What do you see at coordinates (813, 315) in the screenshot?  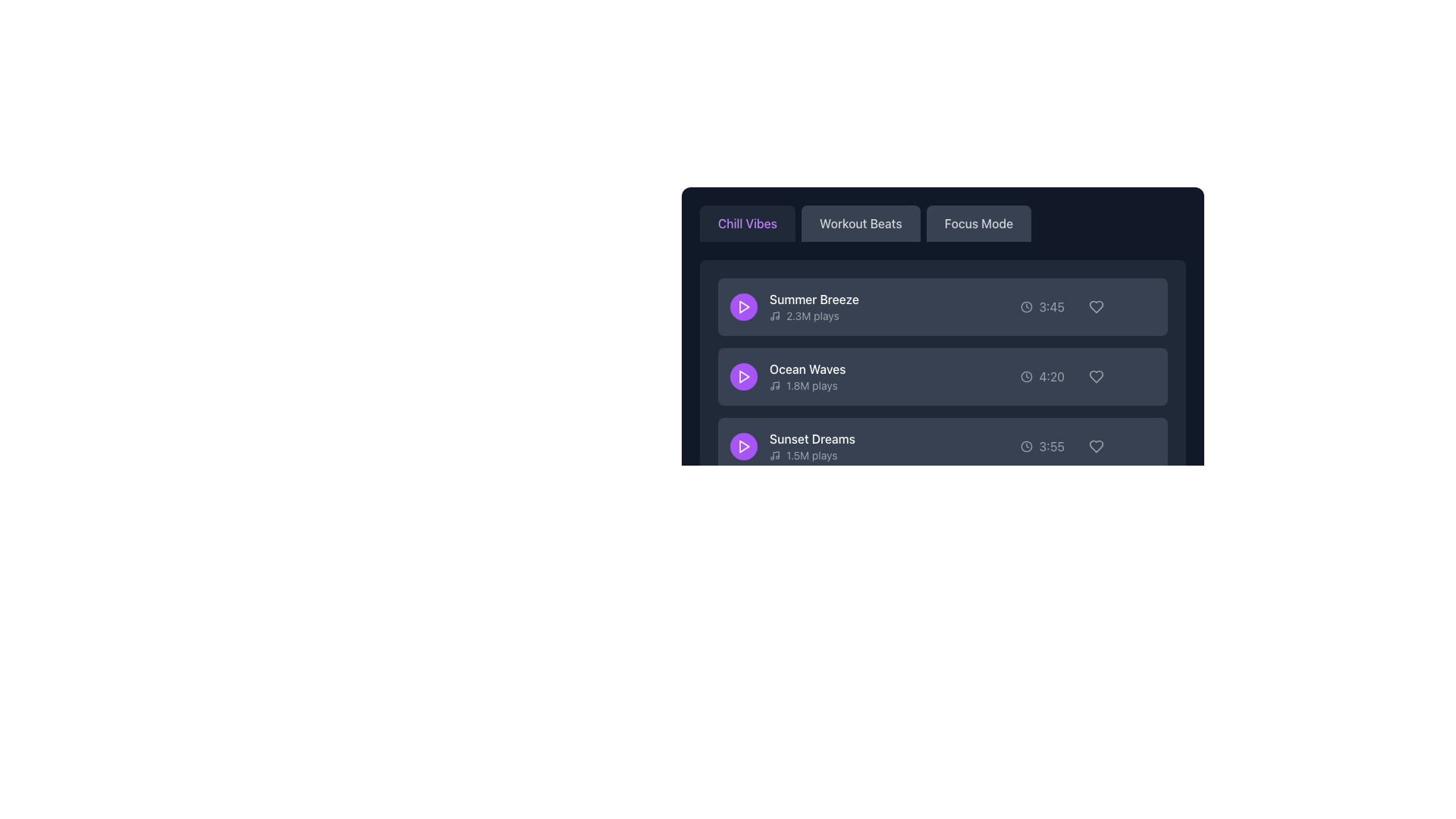 I see `the text label that displays the number of plays for the 'Summer Breeze' item, located below the 'Summer Breeze' text and aligned with the play button` at bounding box center [813, 315].